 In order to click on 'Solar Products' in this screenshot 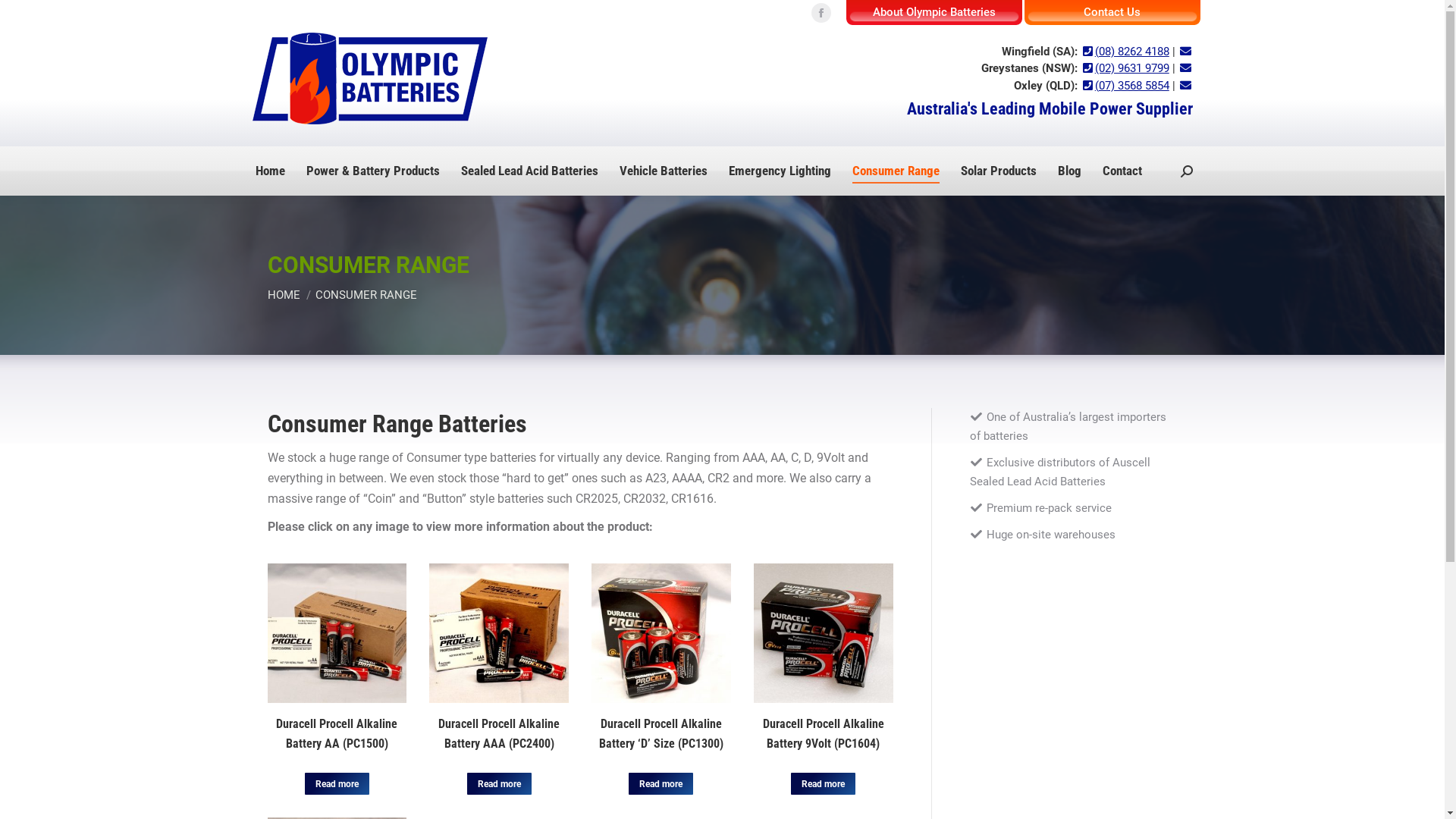, I will do `click(997, 171)`.